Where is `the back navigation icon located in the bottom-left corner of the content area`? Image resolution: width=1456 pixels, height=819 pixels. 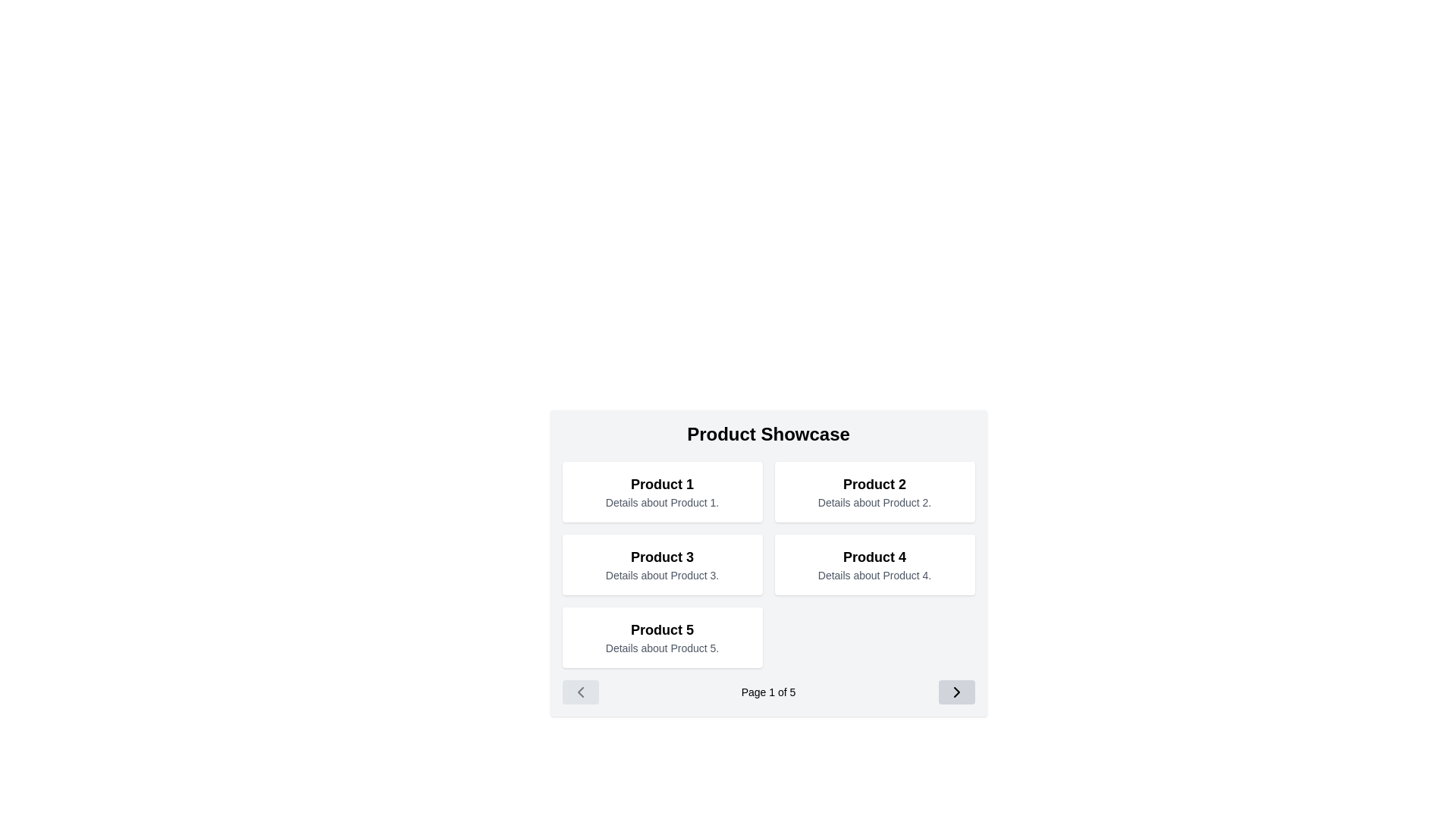 the back navigation icon located in the bottom-left corner of the content area is located at coordinates (579, 692).